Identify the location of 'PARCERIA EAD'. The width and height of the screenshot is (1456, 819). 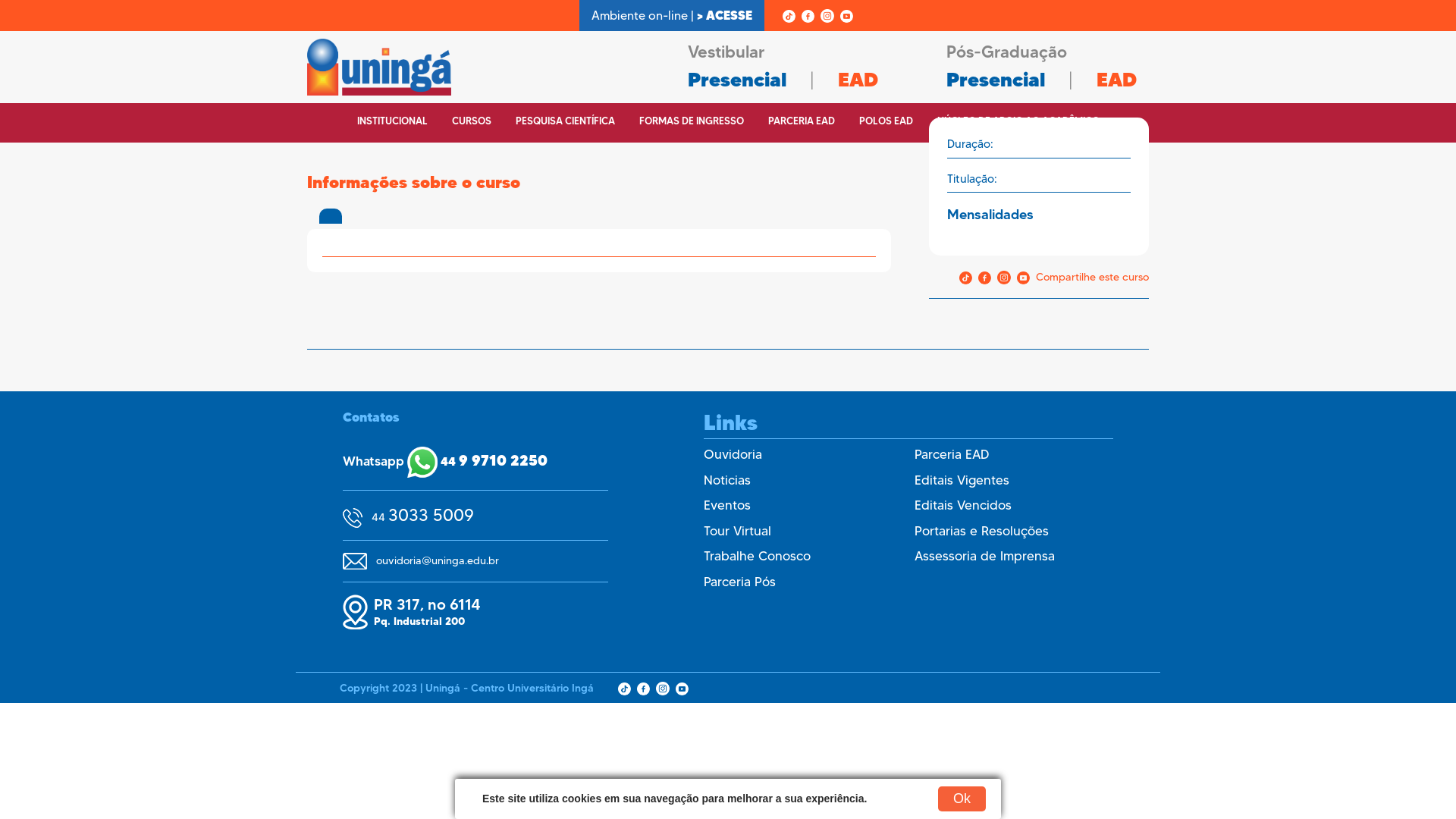
(800, 122).